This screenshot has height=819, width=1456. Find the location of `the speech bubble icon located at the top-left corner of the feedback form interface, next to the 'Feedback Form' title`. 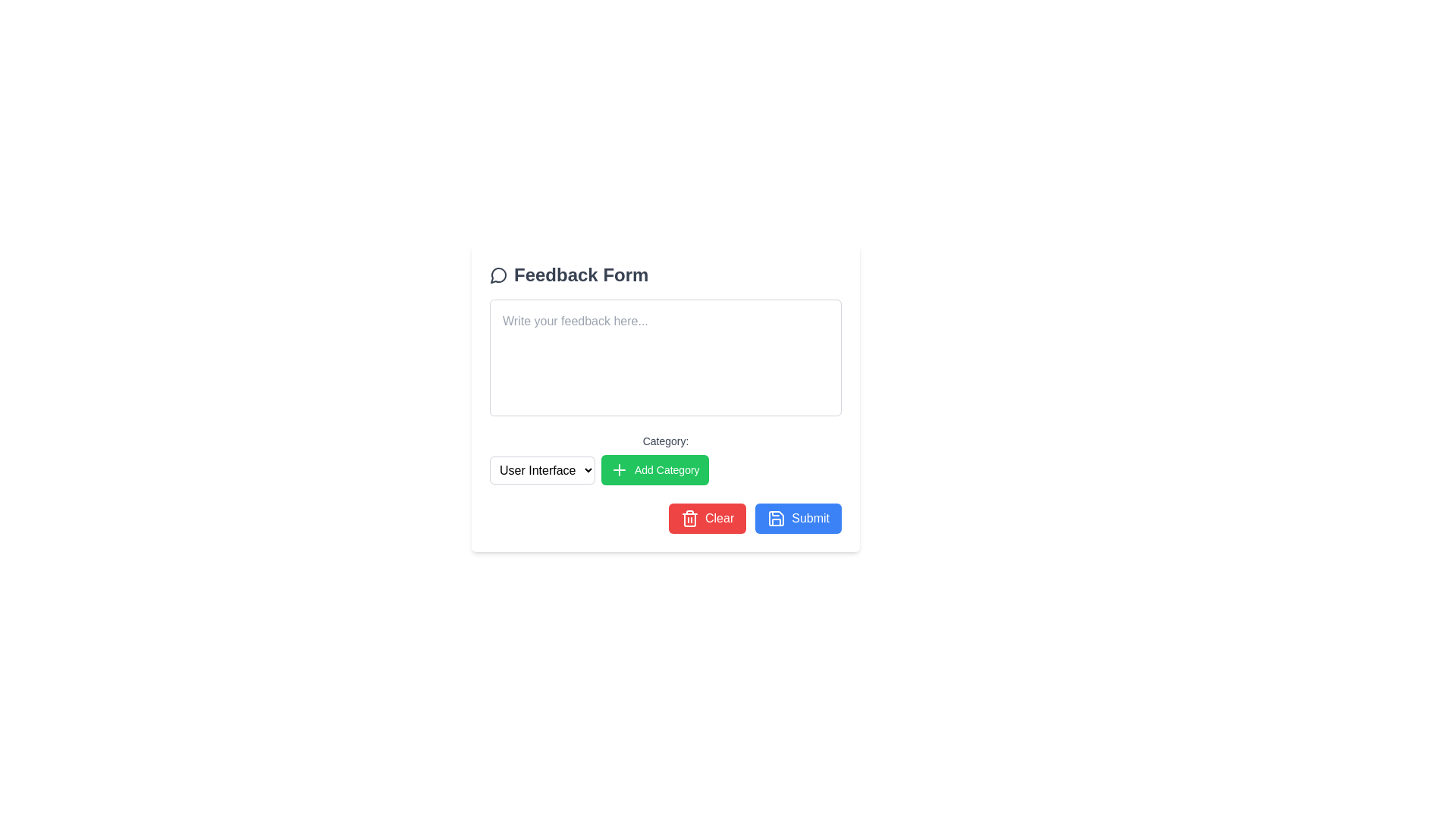

the speech bubble icon located at the top-left corner of the feedback form interface, next to the 'Feedback Form' title is located at coordinates (498, 275).